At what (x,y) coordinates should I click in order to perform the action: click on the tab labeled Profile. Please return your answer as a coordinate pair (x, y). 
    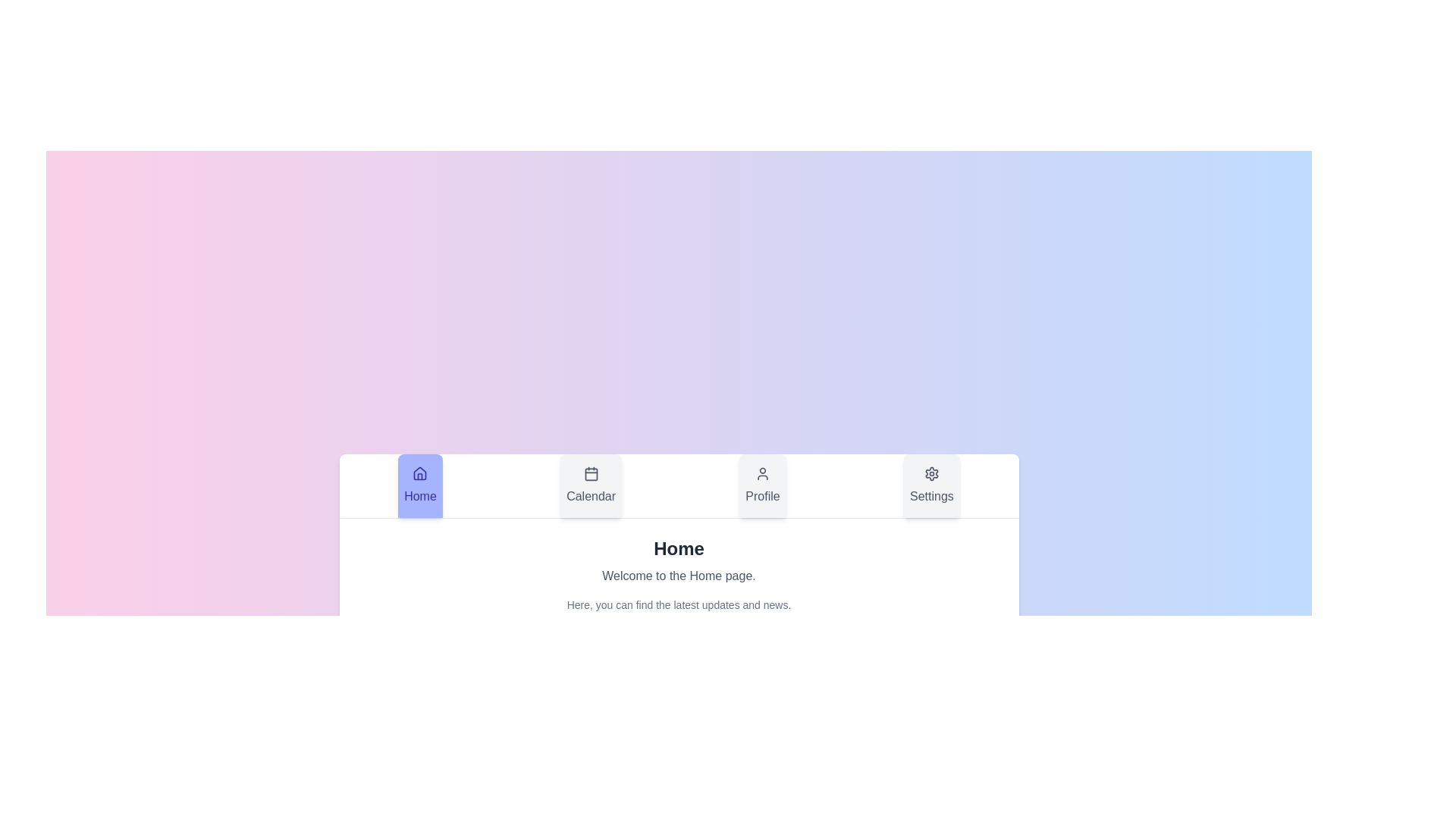
    Looking at the image, I should click on (763, 485).